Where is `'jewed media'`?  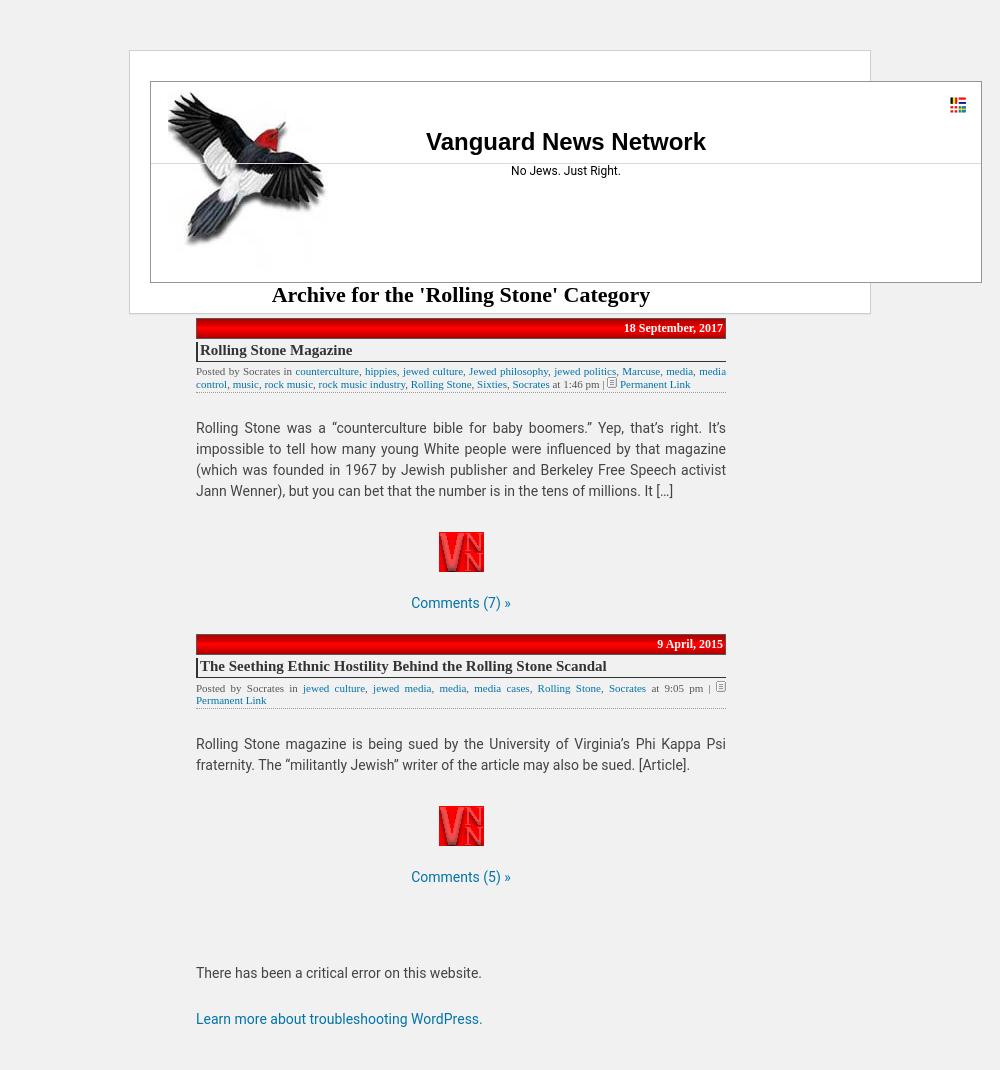
'jewed media' is located at coordinates (402, 688).